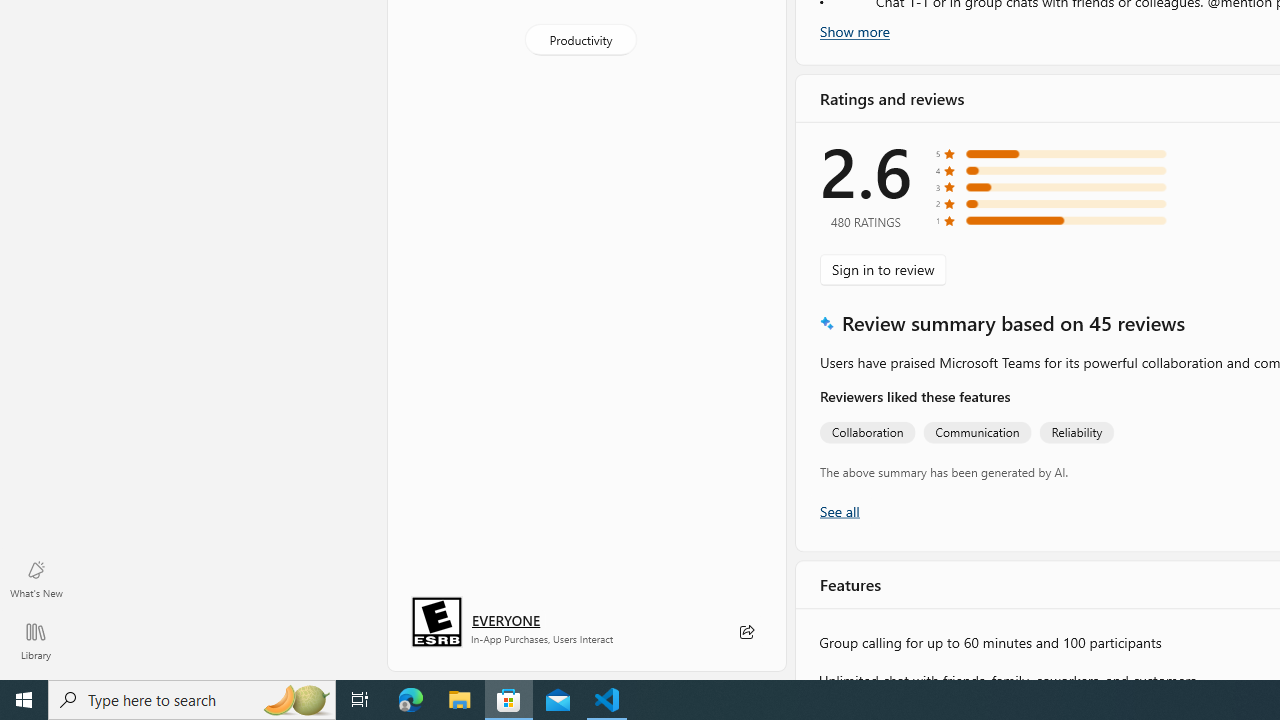 Image resolution: width=1280 pixels, height=720 pixels. What do you see at coordinates (506, 618) in the screenshot?
I see `'Age rating: EVERYONE. Click for more information.'` at bounding box center [506, 618].